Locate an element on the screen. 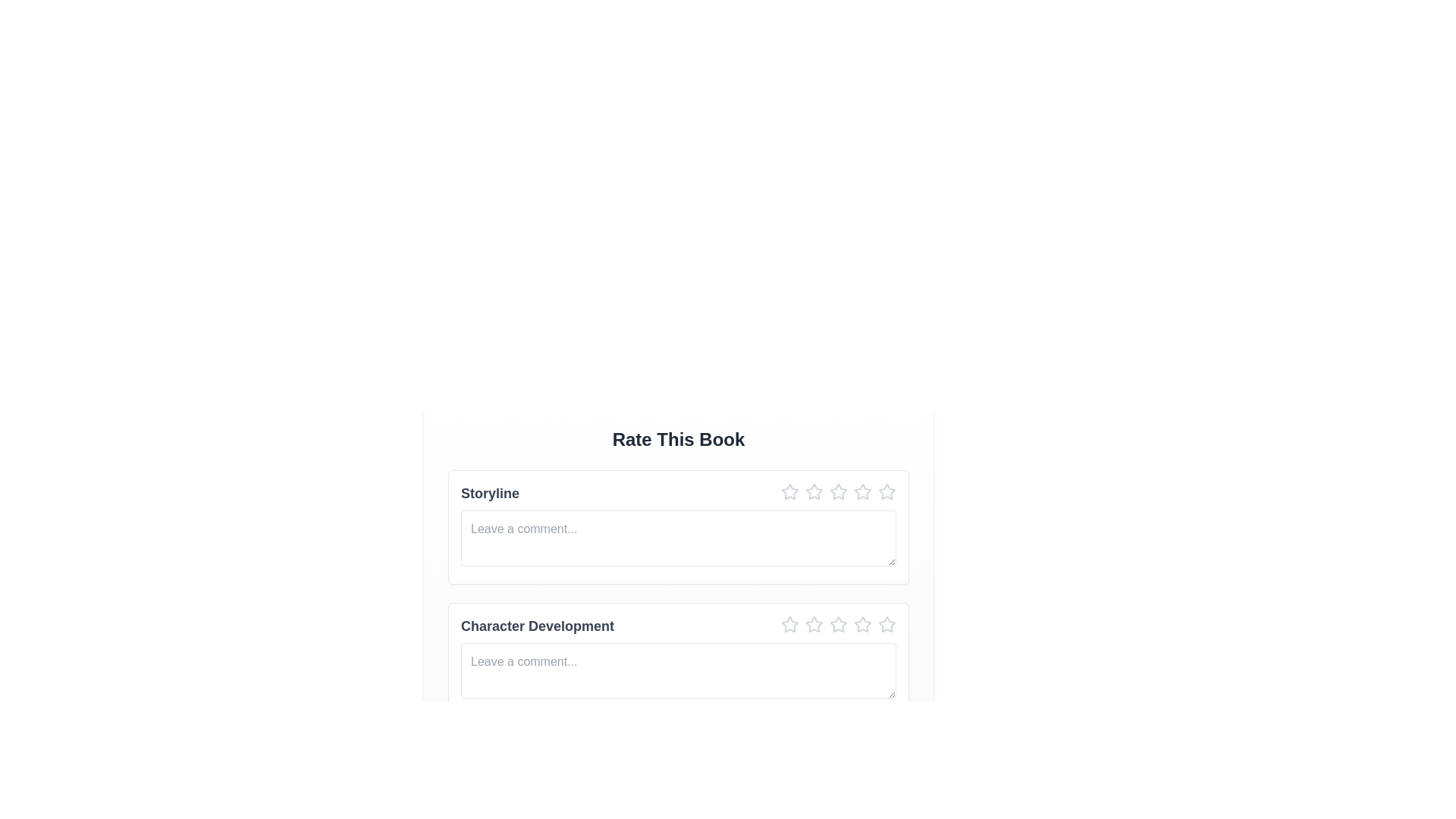 This screenshot has height=819, width=1456. the fifth star in the star rating system in the 'Storyline' section is located at coordinates (887, 491).